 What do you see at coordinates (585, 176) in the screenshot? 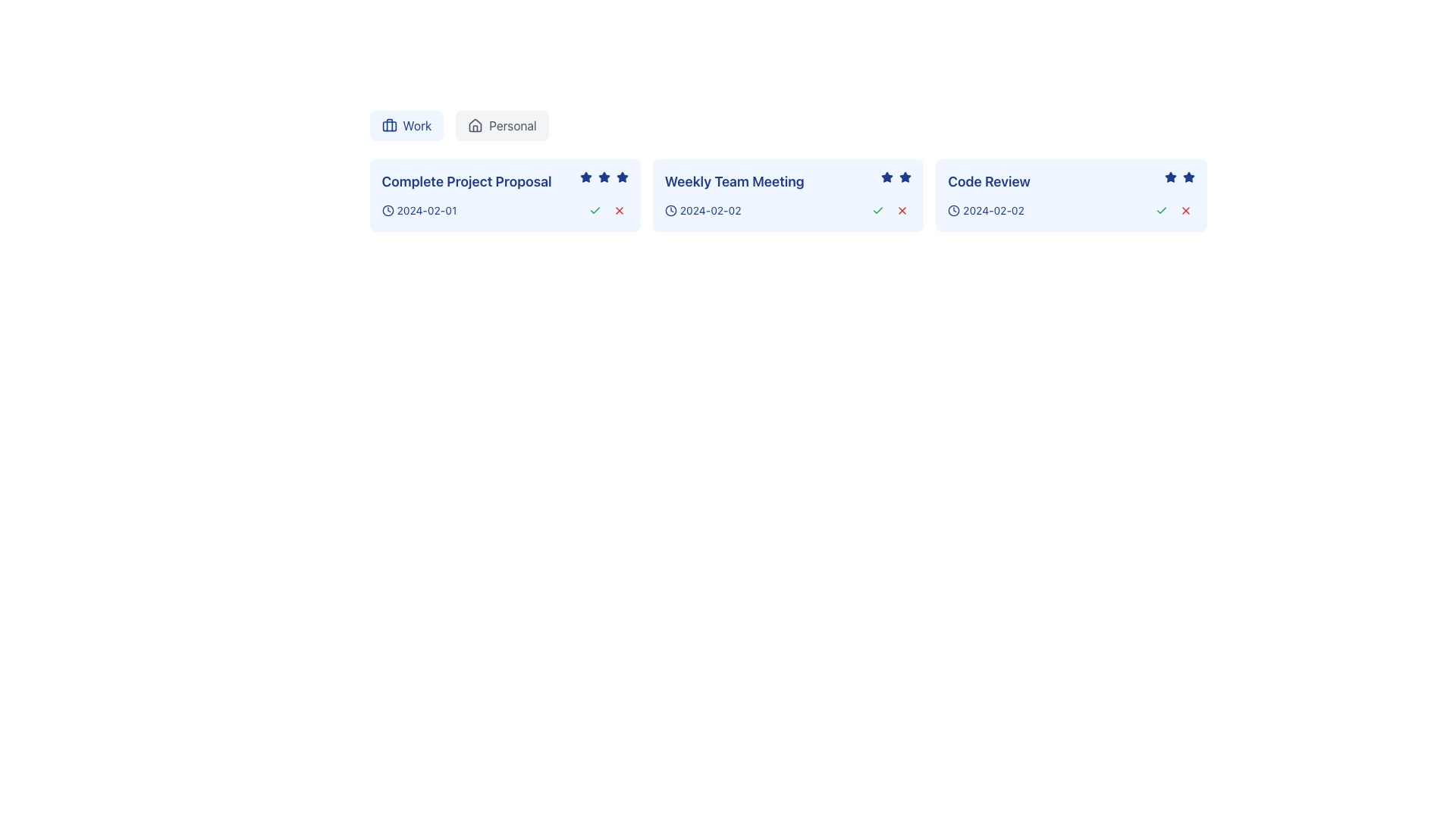
I see `the first blue star-shaped icon in the horizontal row near the top-right corner of the 'Complete Project Proposal' card` at bounding box center [585, 176].